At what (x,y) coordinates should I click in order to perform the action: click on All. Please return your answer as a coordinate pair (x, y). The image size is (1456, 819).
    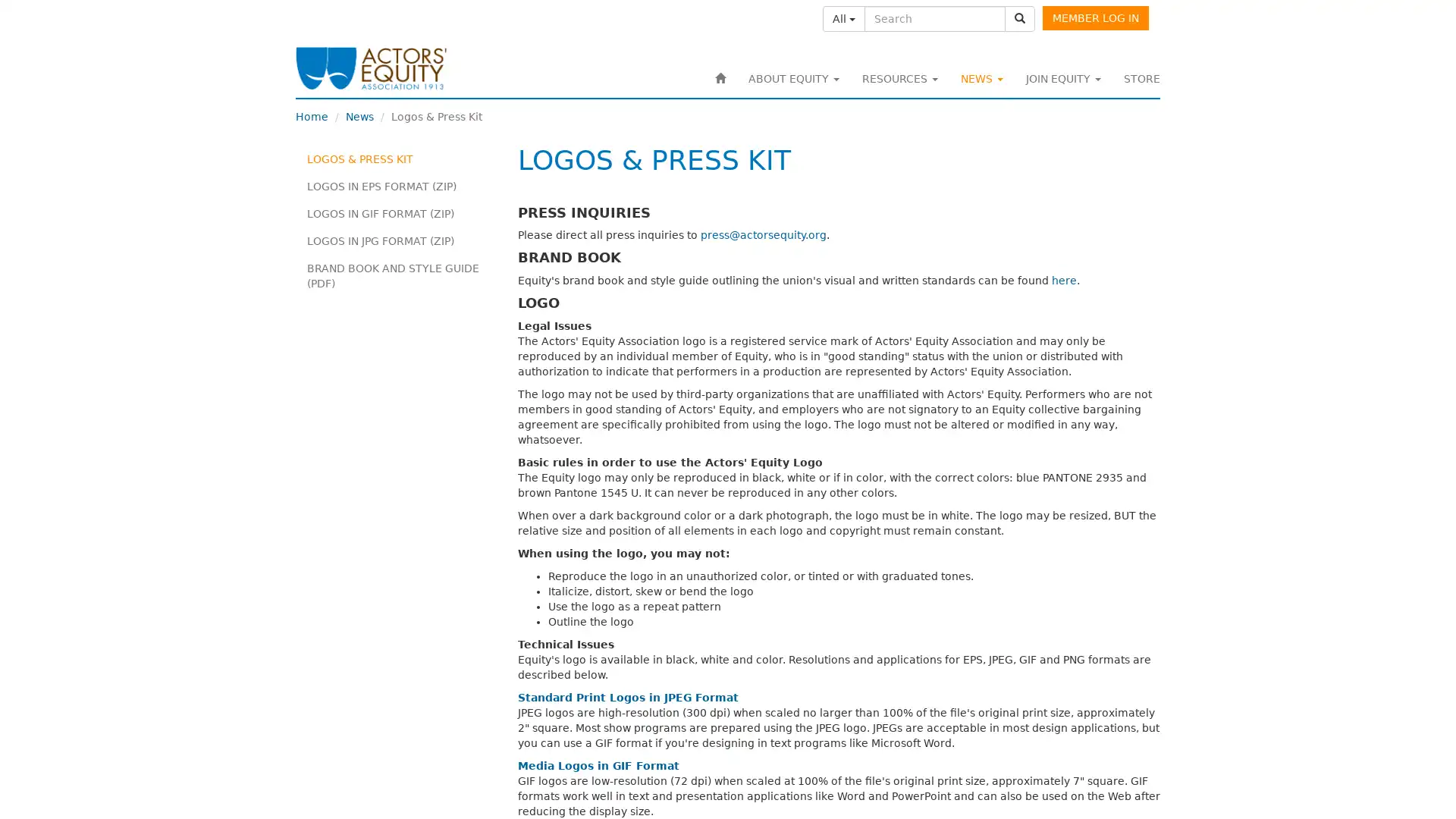
    Looking at the image, I should click on (843, 18).